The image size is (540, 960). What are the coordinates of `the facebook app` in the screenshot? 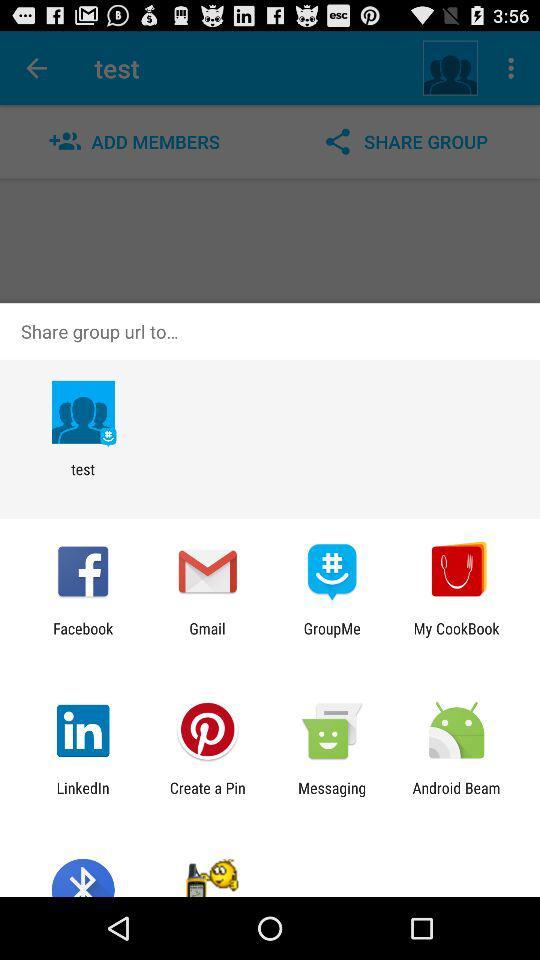 It's located at (82, 636).